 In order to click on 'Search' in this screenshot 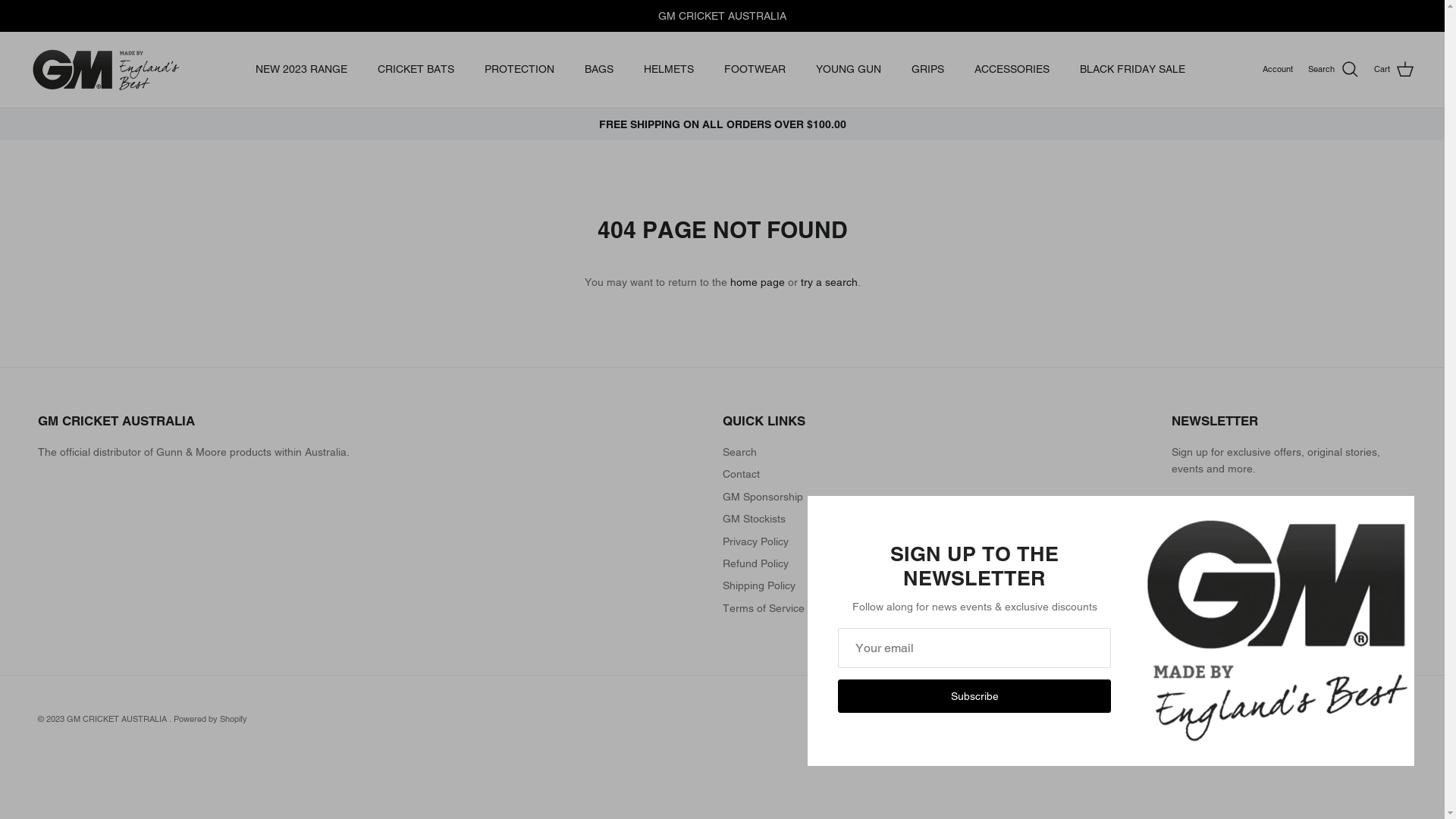, I will do `click(1332, 70)`.